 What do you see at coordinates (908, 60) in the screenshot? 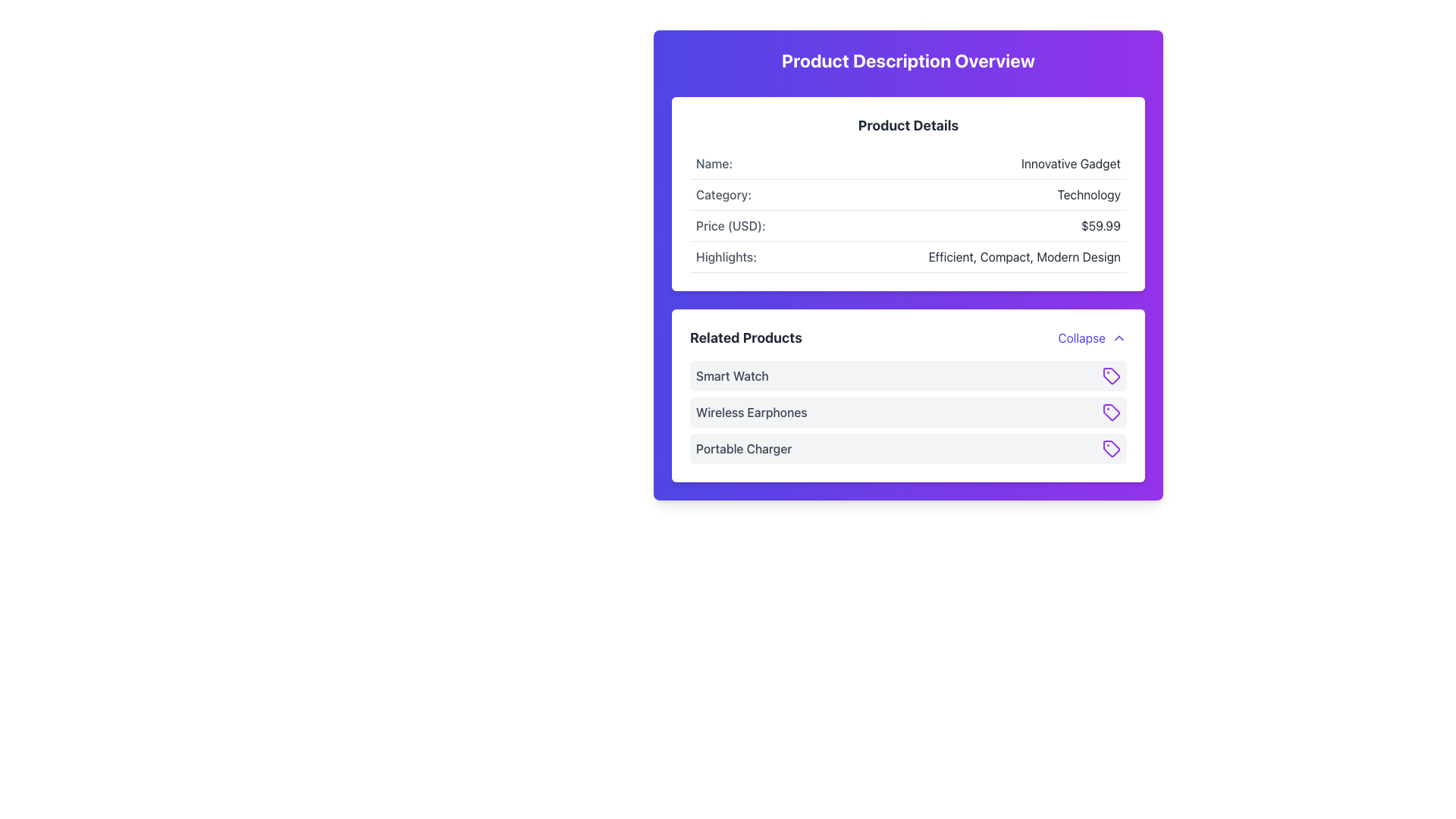
I see `the Text Header that serves as a title for the section, located above the 'Product Details' section` at bounding box center [908, 60].